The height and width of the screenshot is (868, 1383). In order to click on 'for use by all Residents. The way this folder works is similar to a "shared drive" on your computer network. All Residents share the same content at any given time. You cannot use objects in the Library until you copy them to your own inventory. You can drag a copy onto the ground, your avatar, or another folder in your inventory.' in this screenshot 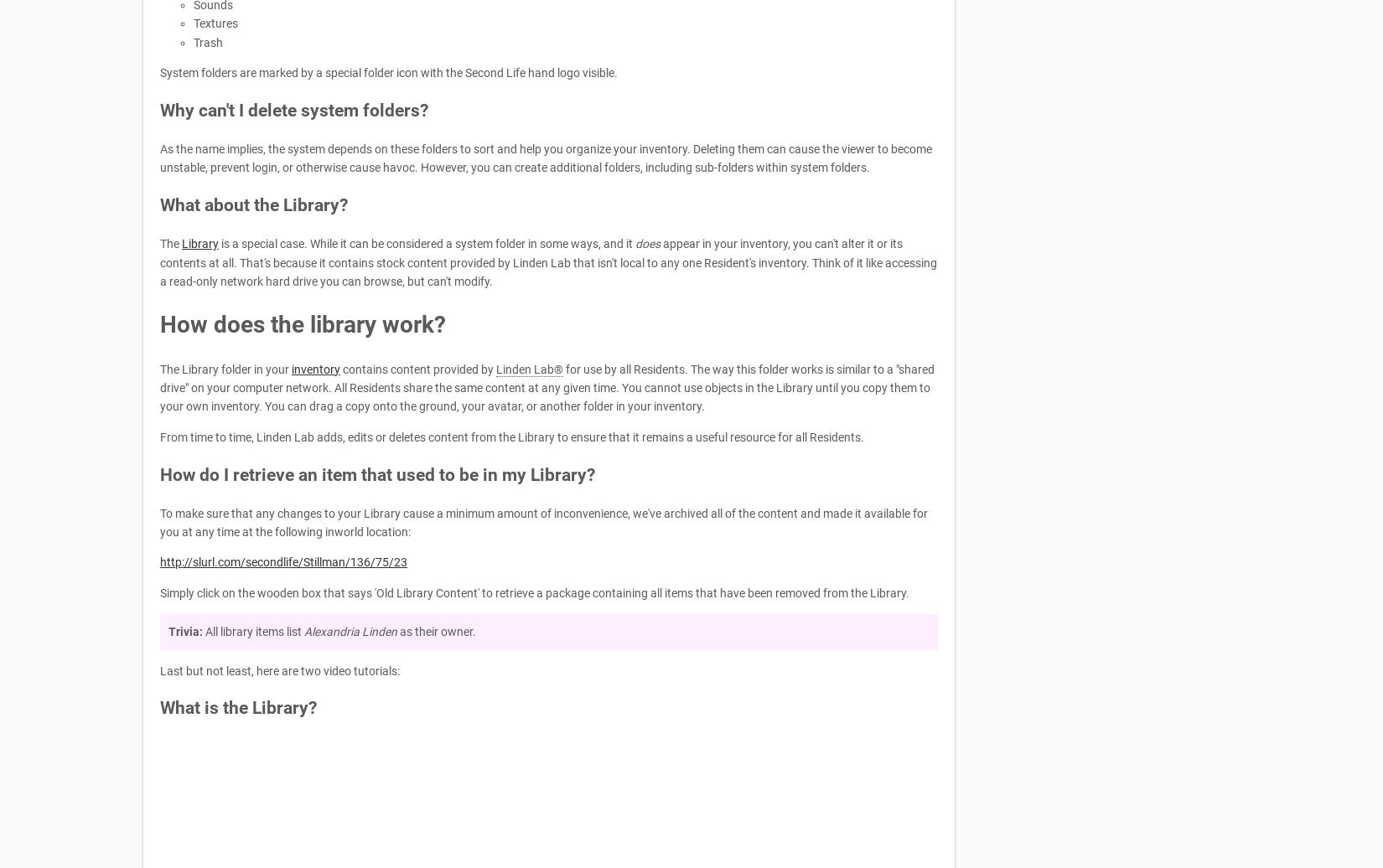, I will do `click(546, 387)`.